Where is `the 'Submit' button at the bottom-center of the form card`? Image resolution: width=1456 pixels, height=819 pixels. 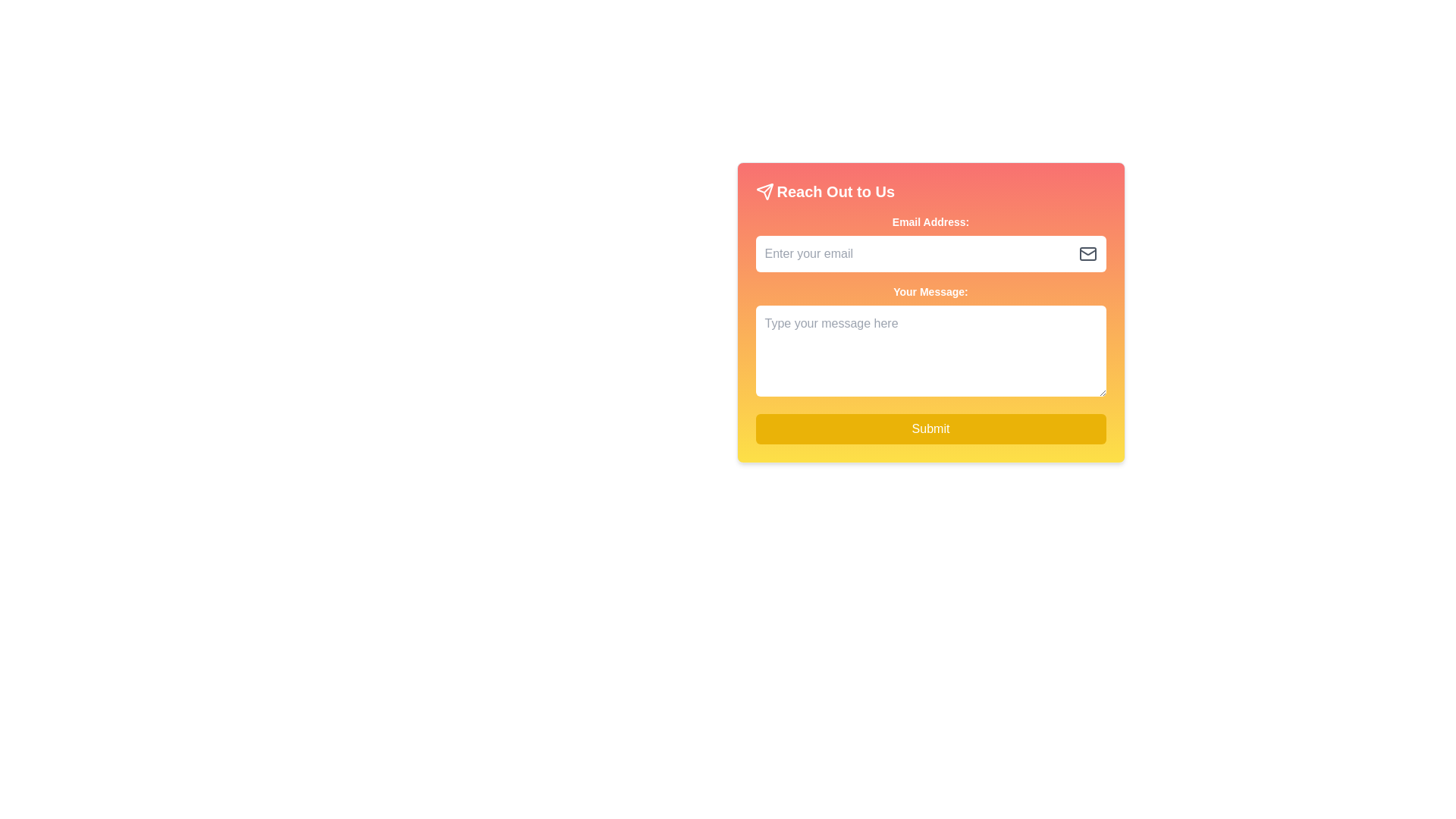
the 'Submit' button at the bottom-center of the form card is located at coordinates (930, 429).